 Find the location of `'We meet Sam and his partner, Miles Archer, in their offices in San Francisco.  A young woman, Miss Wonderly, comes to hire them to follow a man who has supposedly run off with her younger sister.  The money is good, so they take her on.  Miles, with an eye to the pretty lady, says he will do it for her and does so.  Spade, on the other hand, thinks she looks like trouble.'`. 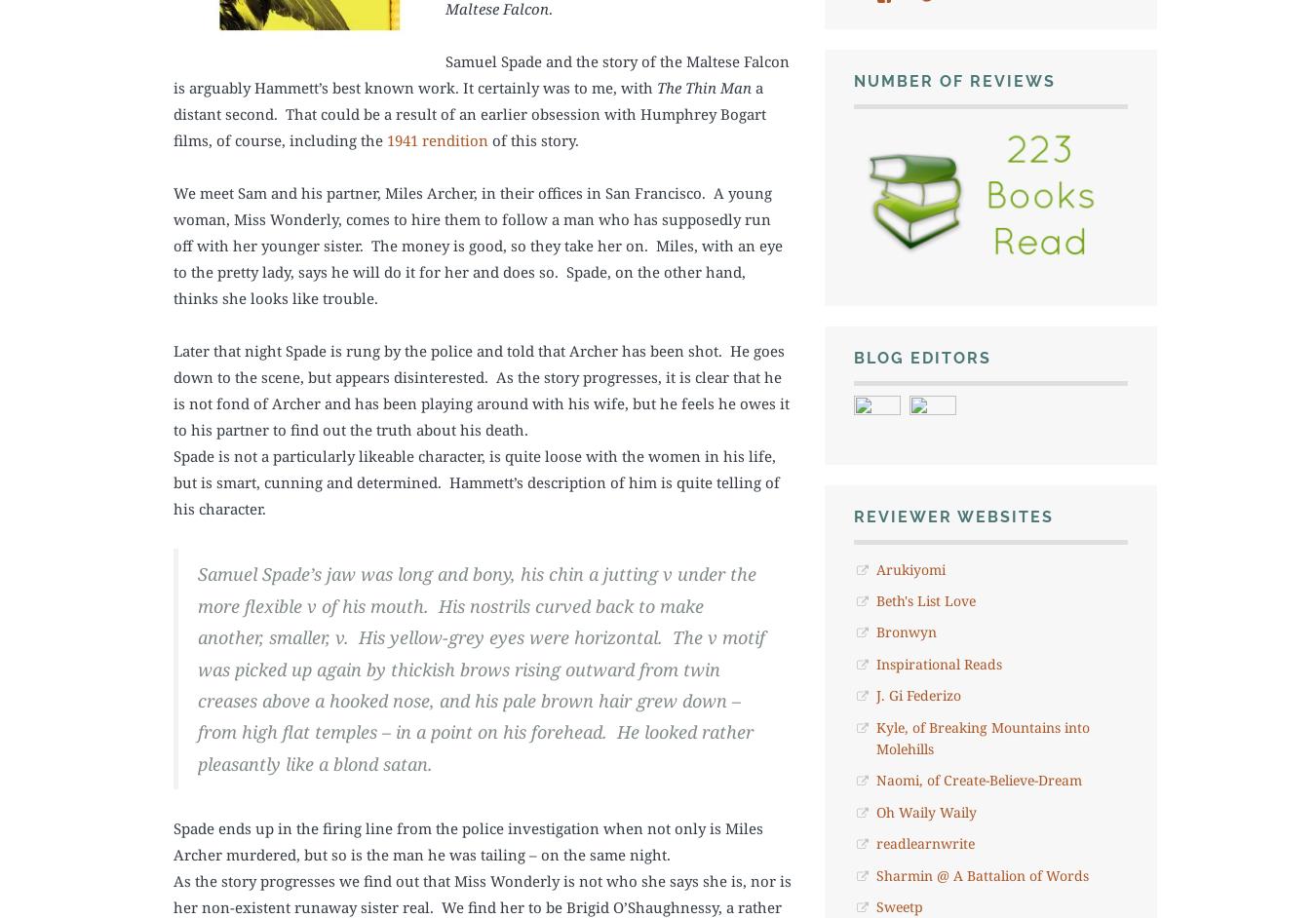

'We meet Sam and his partner, Miles Archer, in their offices in San Francisco.  A young woman, Miss Wonderly, comes to hire them to follow a man who has supposedly run off with her younger sister.  The money is good, so they take her on.  Miles, with an eye to the pretty lady, says he will do it for her and does so.  Spade, on the other hand, thinks she looks like trouble.' is located at coordinates (477, 244).